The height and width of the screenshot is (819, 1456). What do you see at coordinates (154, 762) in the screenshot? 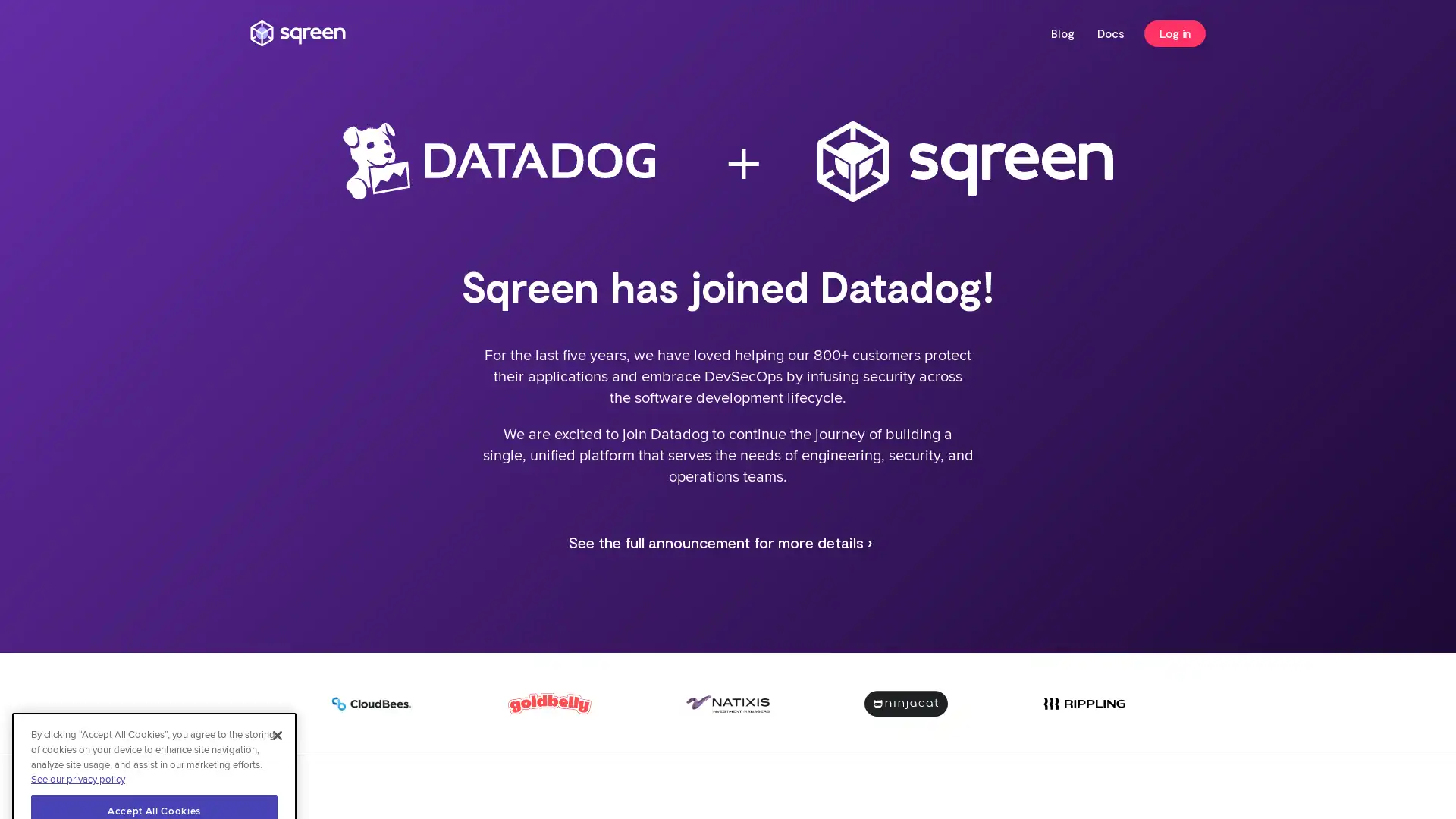
I see `Reject All` at bounding box center [154, 762].